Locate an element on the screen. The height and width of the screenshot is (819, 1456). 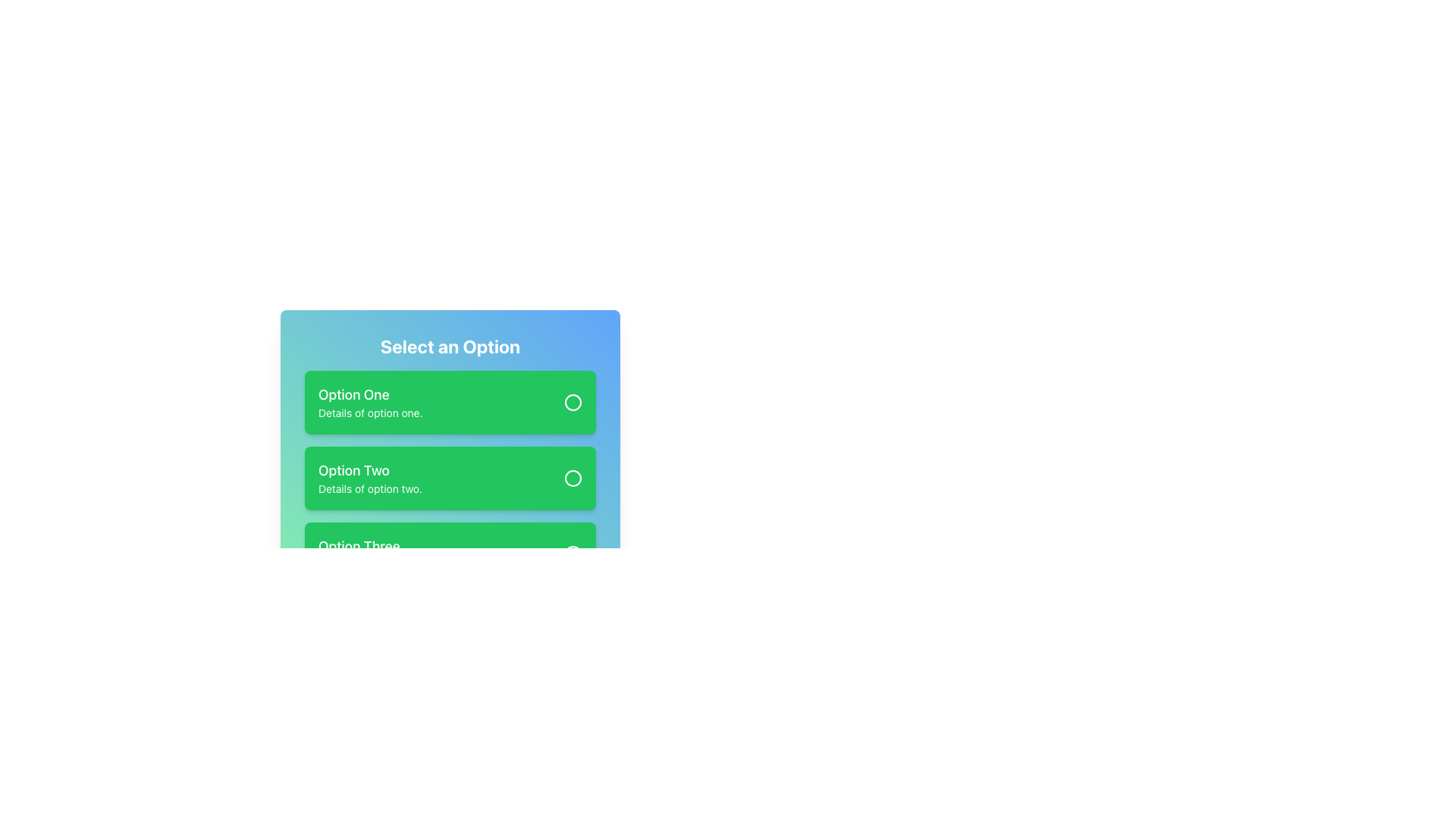
the text label element providing additional information about the 'Option Two' selection, which is positioned beneath the 'Option Two' heading in the second green option card is located at coordinates (370, 488).